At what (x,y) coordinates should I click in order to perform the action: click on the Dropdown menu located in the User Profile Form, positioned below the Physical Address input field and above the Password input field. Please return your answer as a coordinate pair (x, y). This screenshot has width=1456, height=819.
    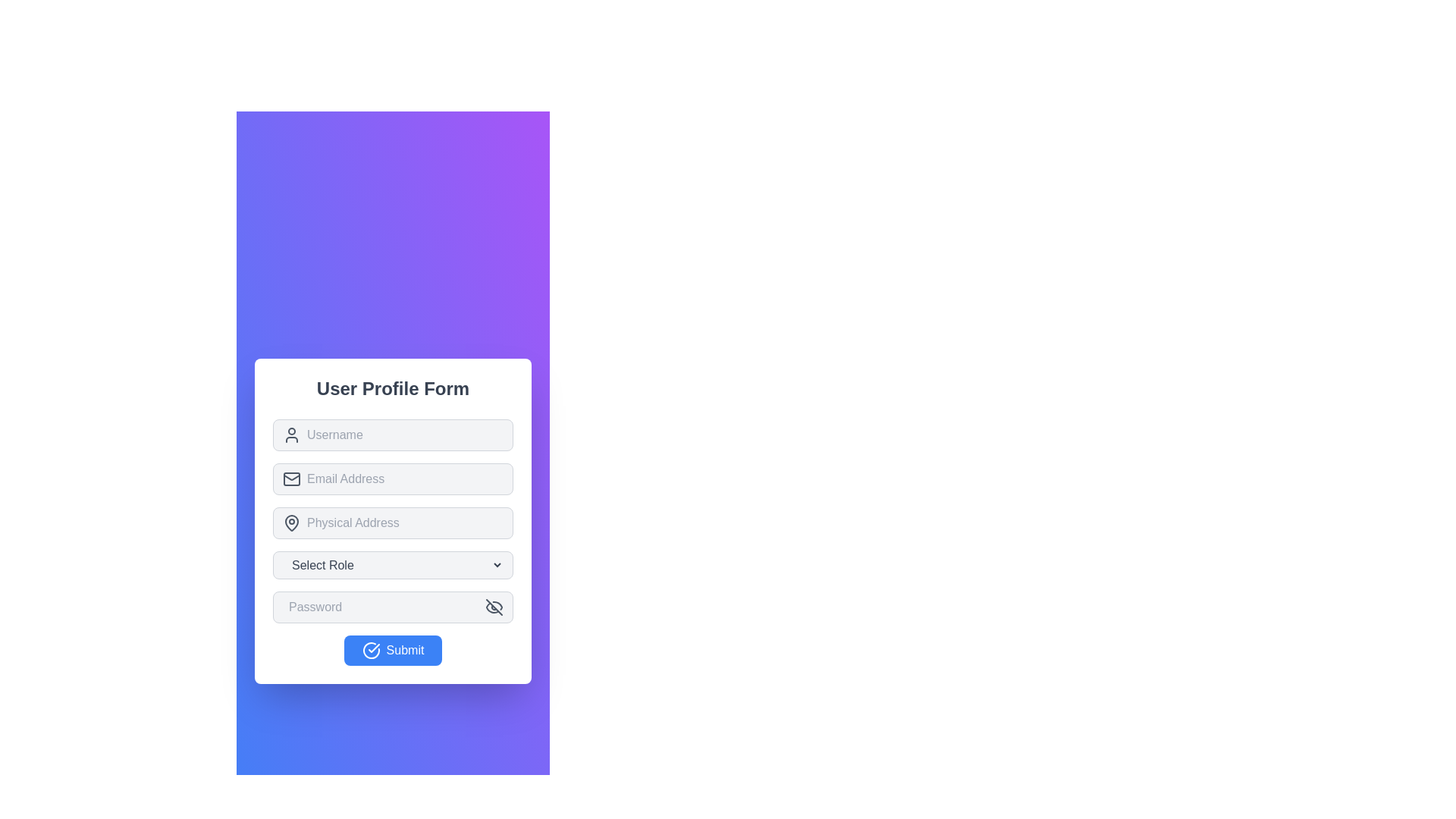
    Looking at the image, I should click on (393, 564).